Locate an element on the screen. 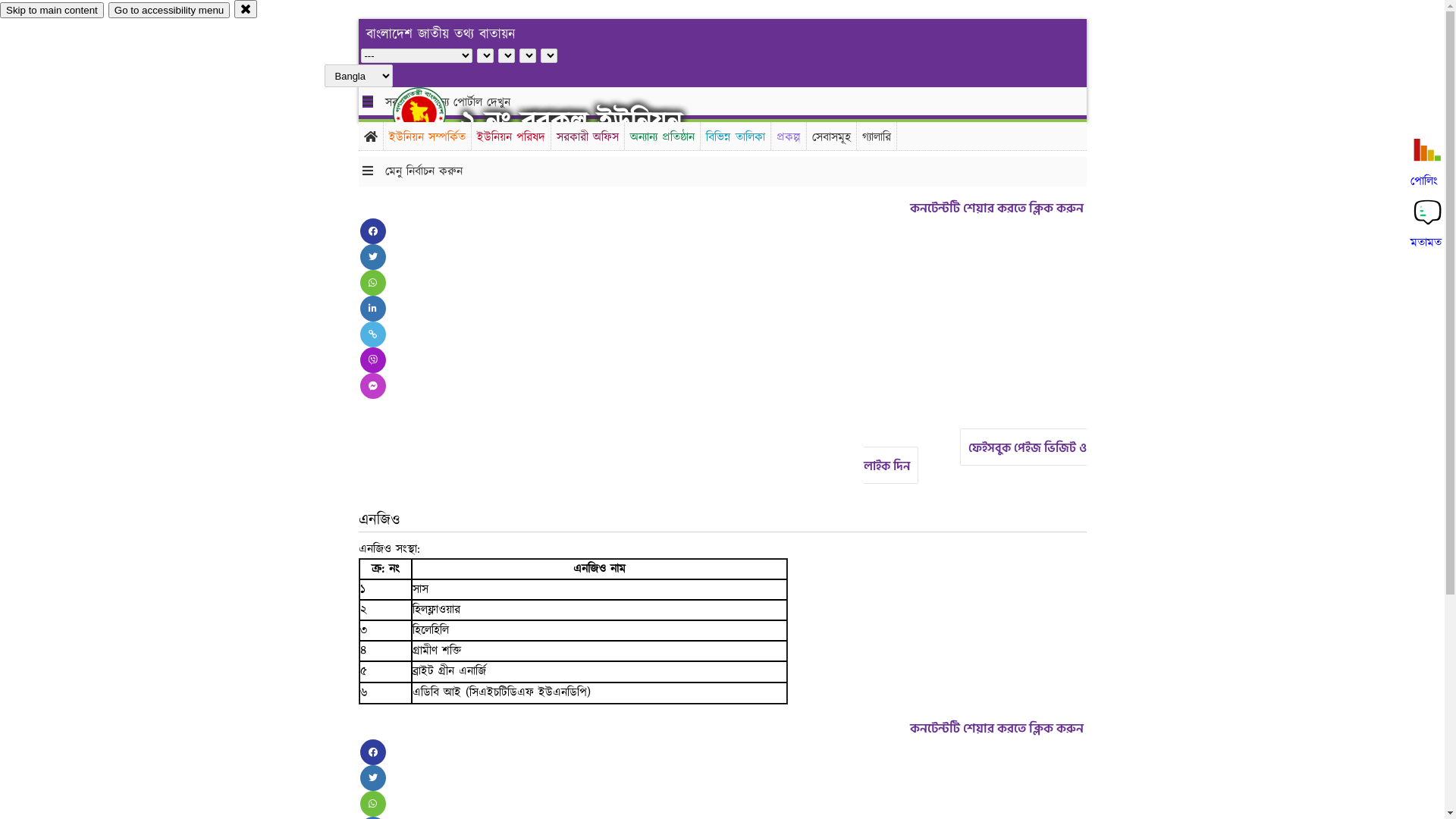 The image size is (1456, 819). 'Skip to main content' is located at coordinates (52, 10).